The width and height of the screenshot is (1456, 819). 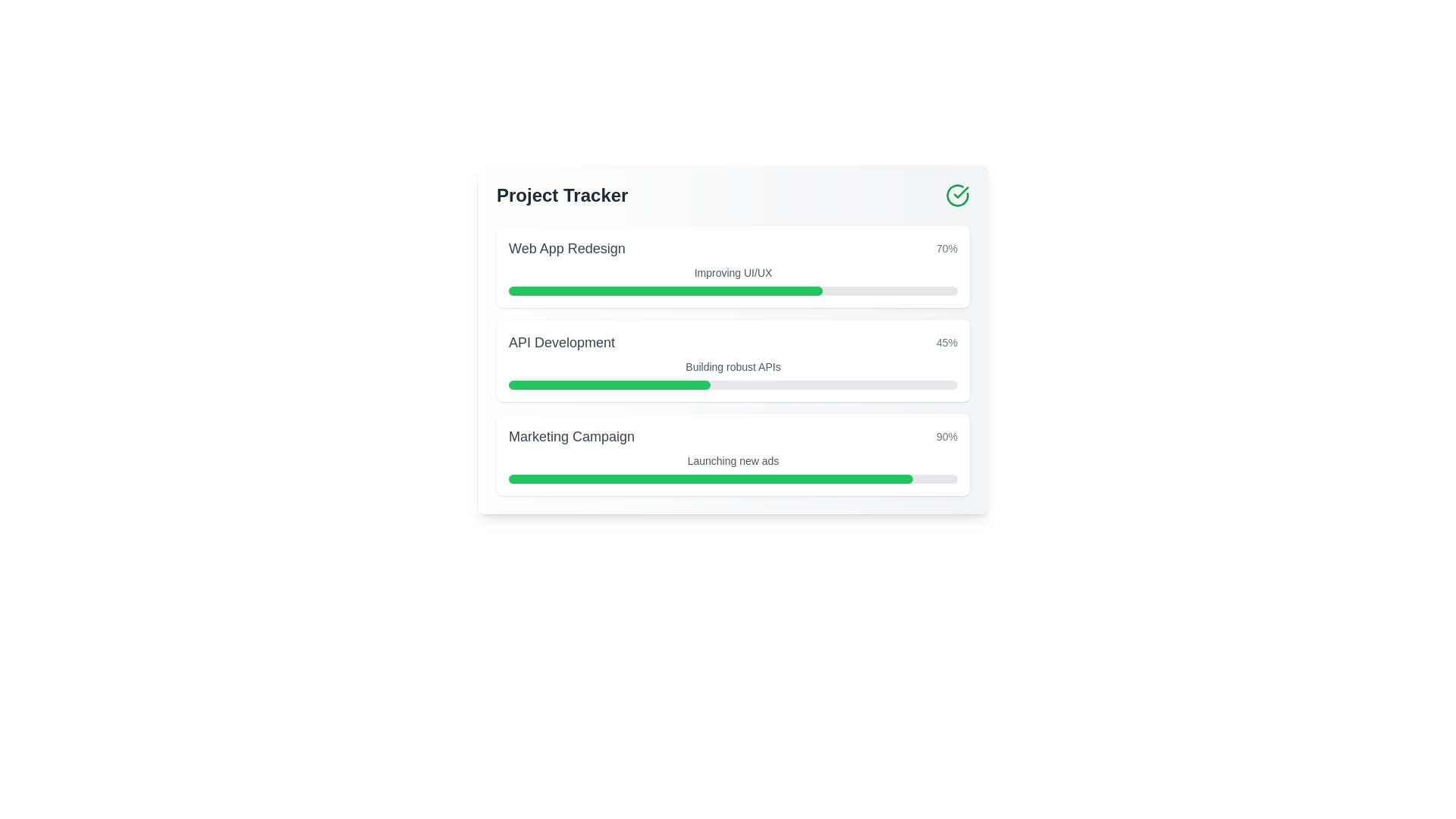 I want to click on the static text label in the second row of the 'Project Tracker' list that describes a specific task, located adjacent to the percentage '45%', so click(x=561, y=342).